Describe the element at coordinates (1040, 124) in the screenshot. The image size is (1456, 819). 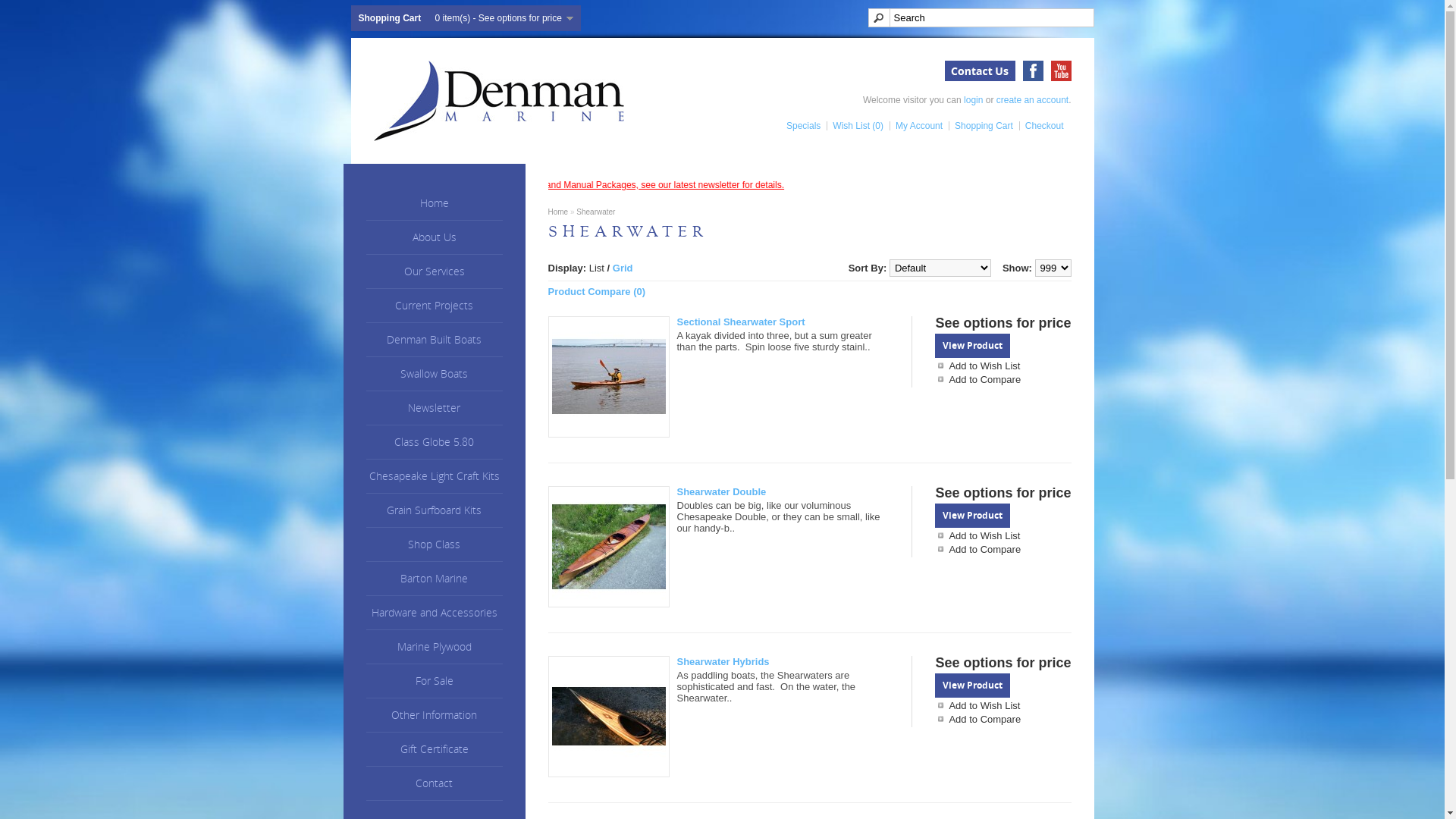
I see `'Checkout'` at that location.